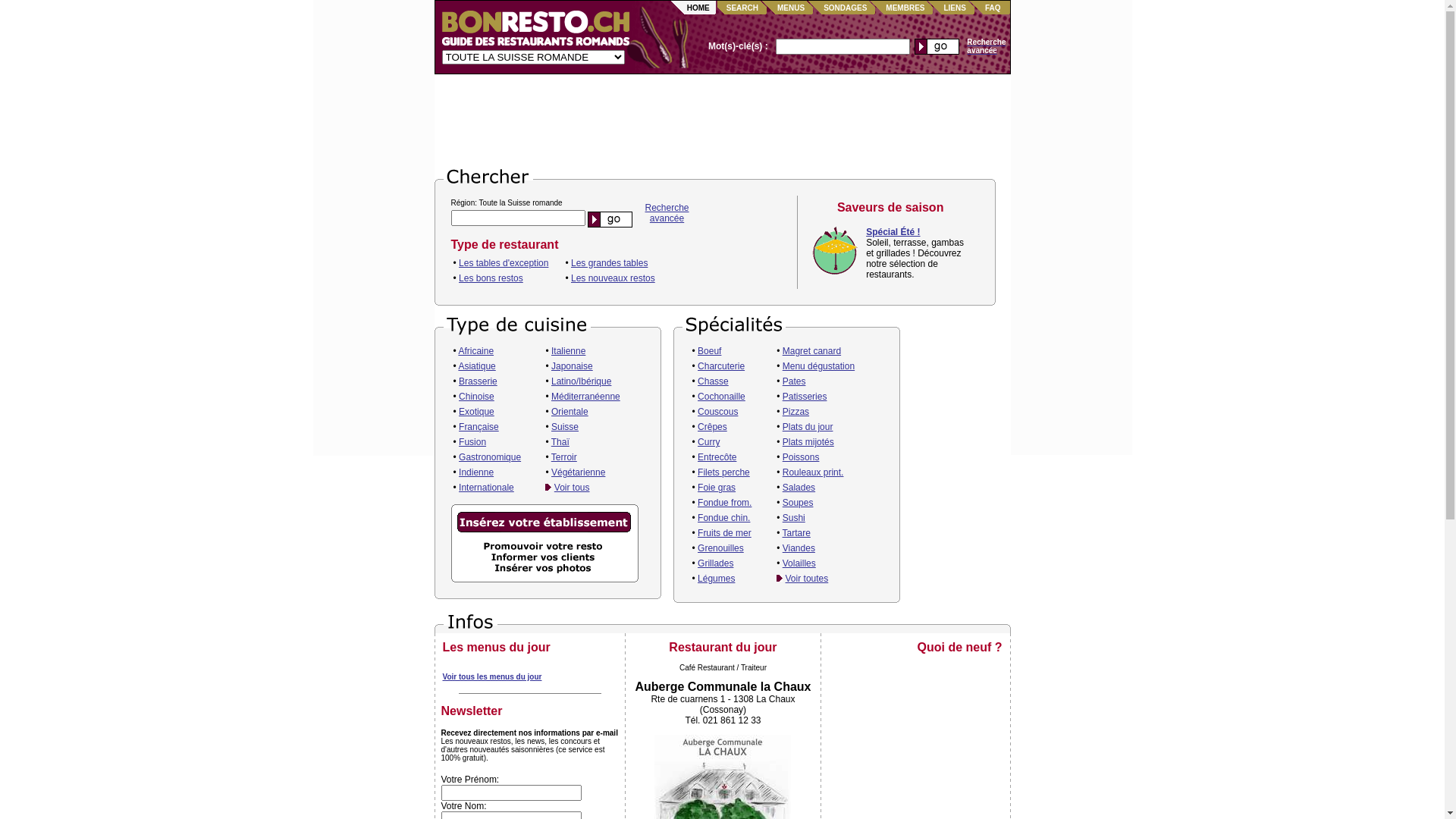 This screenshot has width=1456, height=819. I want to click on 'Viandes', so click(798, 548).